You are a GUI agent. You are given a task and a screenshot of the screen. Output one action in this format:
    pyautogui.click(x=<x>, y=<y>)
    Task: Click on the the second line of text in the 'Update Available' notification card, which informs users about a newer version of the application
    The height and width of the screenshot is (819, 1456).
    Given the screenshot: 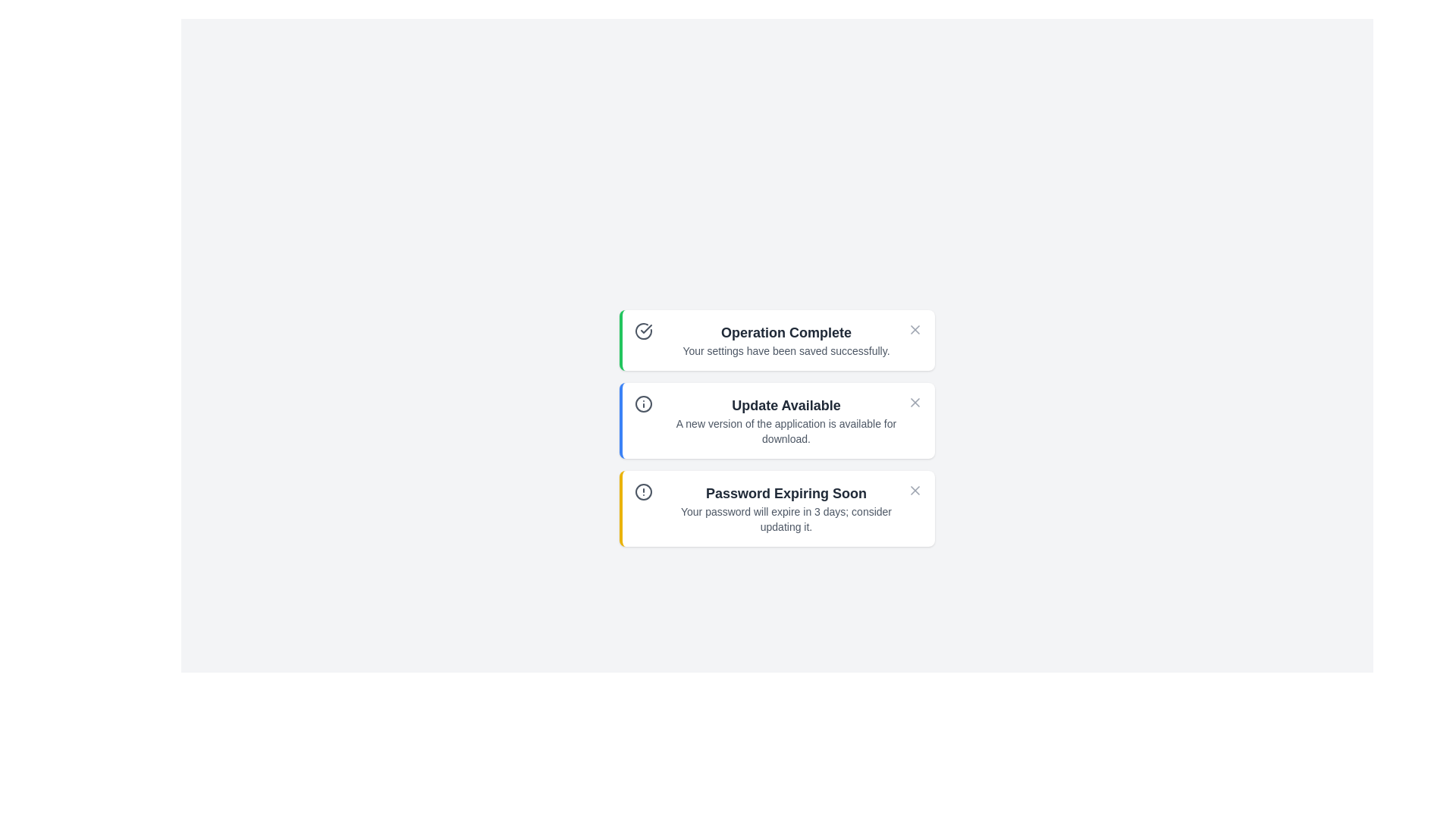 What is the action you would take?
    pyautogui.click(x=786, y=431)
    